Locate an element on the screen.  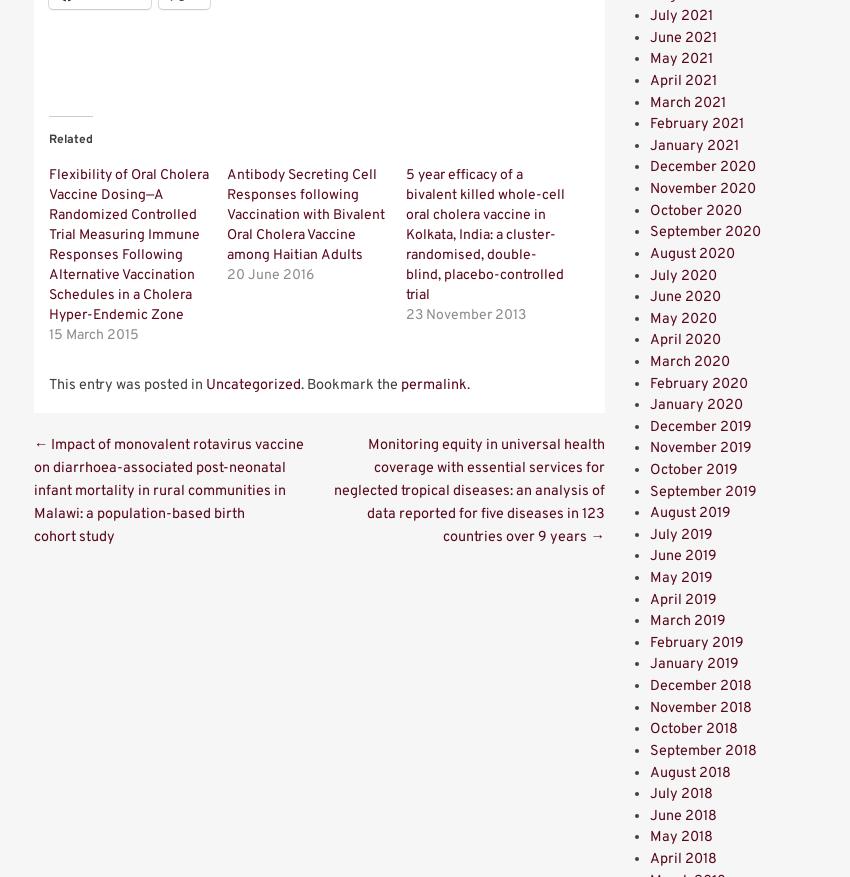
'September 2019' is located at coordinates (702, 490).